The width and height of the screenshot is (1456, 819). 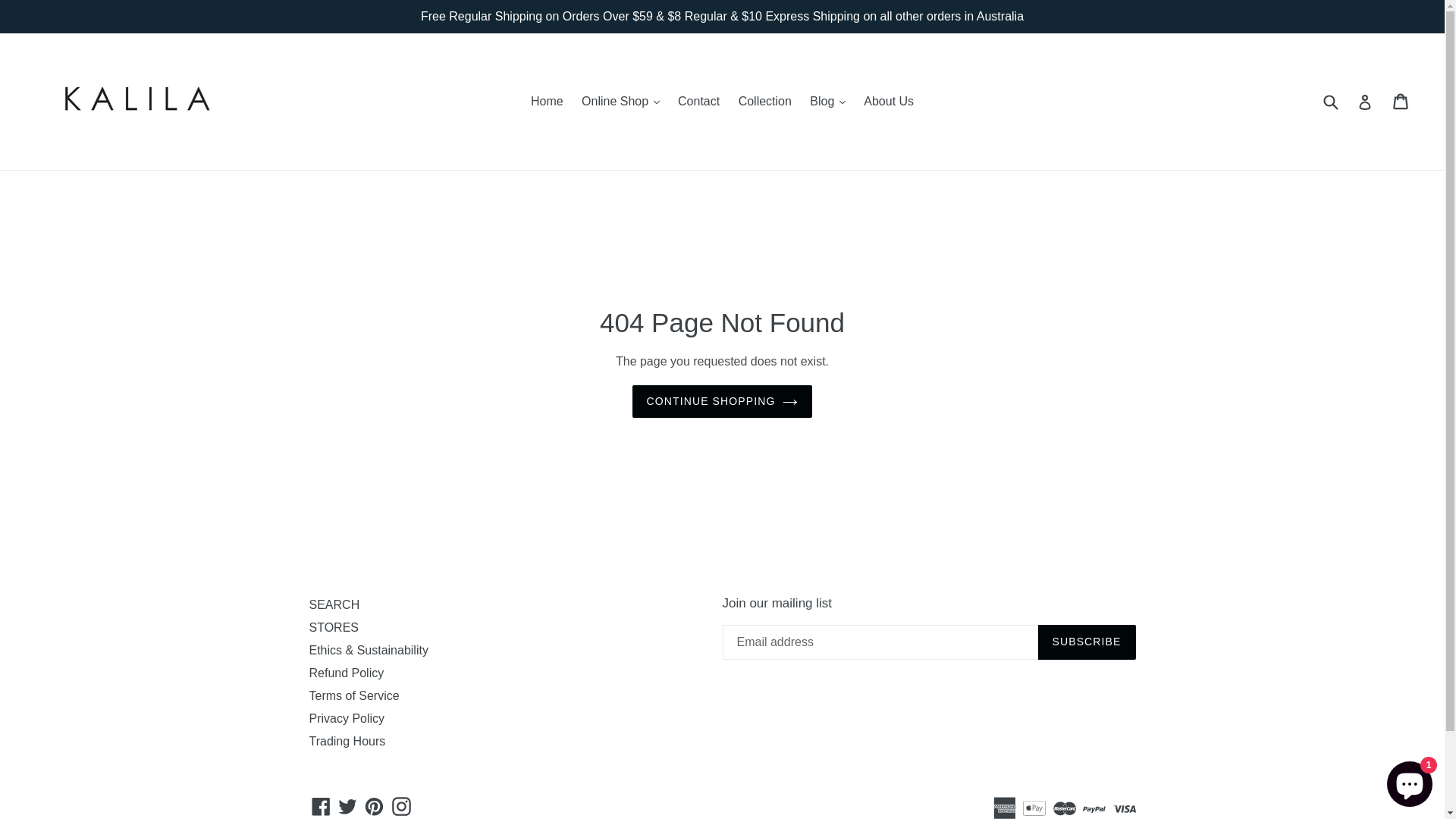 What do you see at coordinates (698, 102) in the screenshot?
I see `'Contact'` at bounding box center [698, 102].